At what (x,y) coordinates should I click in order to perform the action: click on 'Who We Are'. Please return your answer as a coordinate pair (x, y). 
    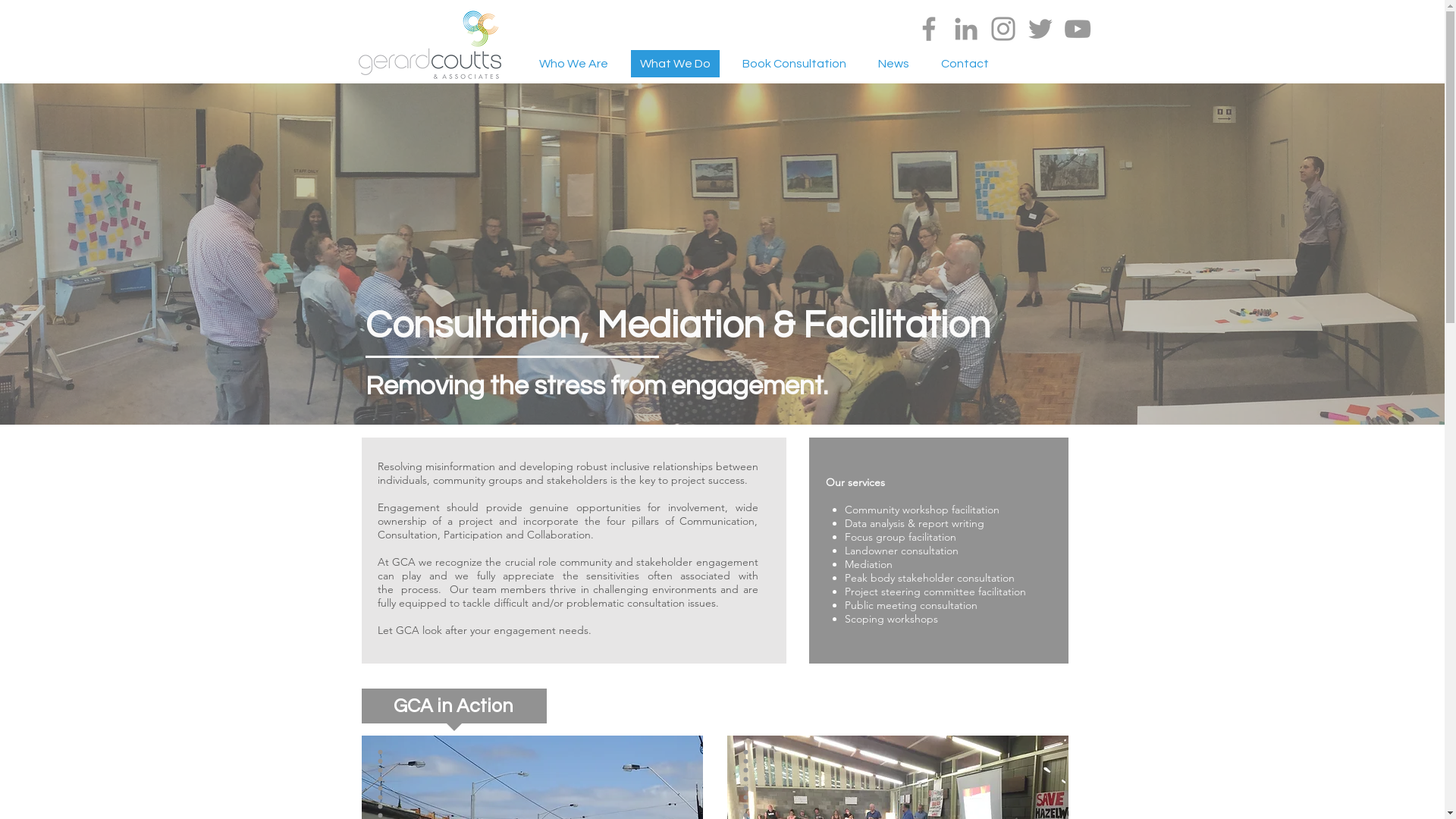
    Looking at the image, I should click on (572, 63).